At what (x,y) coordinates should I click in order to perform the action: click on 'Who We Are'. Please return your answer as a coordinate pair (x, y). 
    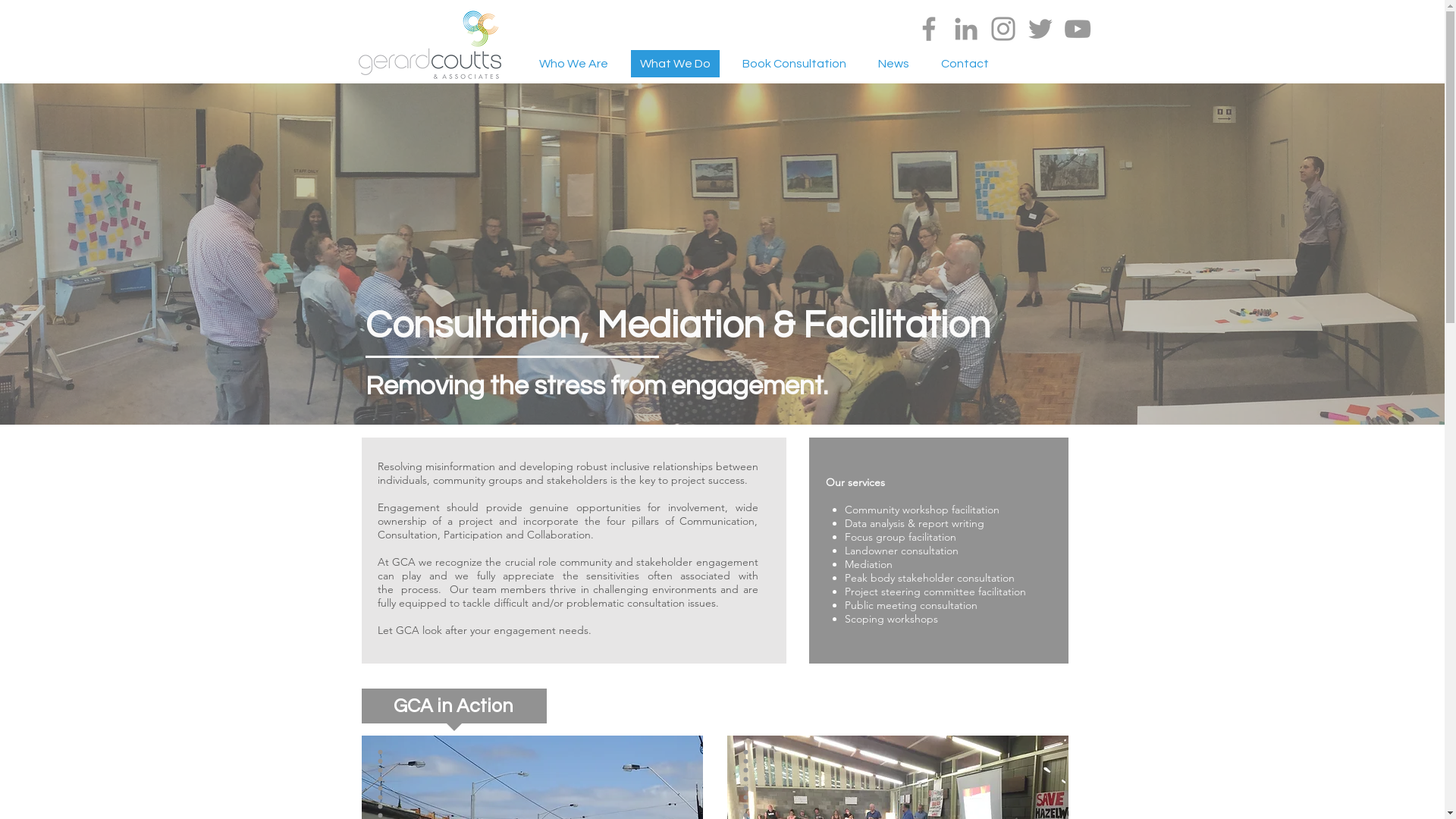
    Looking at the image, I should click on (572, 63).